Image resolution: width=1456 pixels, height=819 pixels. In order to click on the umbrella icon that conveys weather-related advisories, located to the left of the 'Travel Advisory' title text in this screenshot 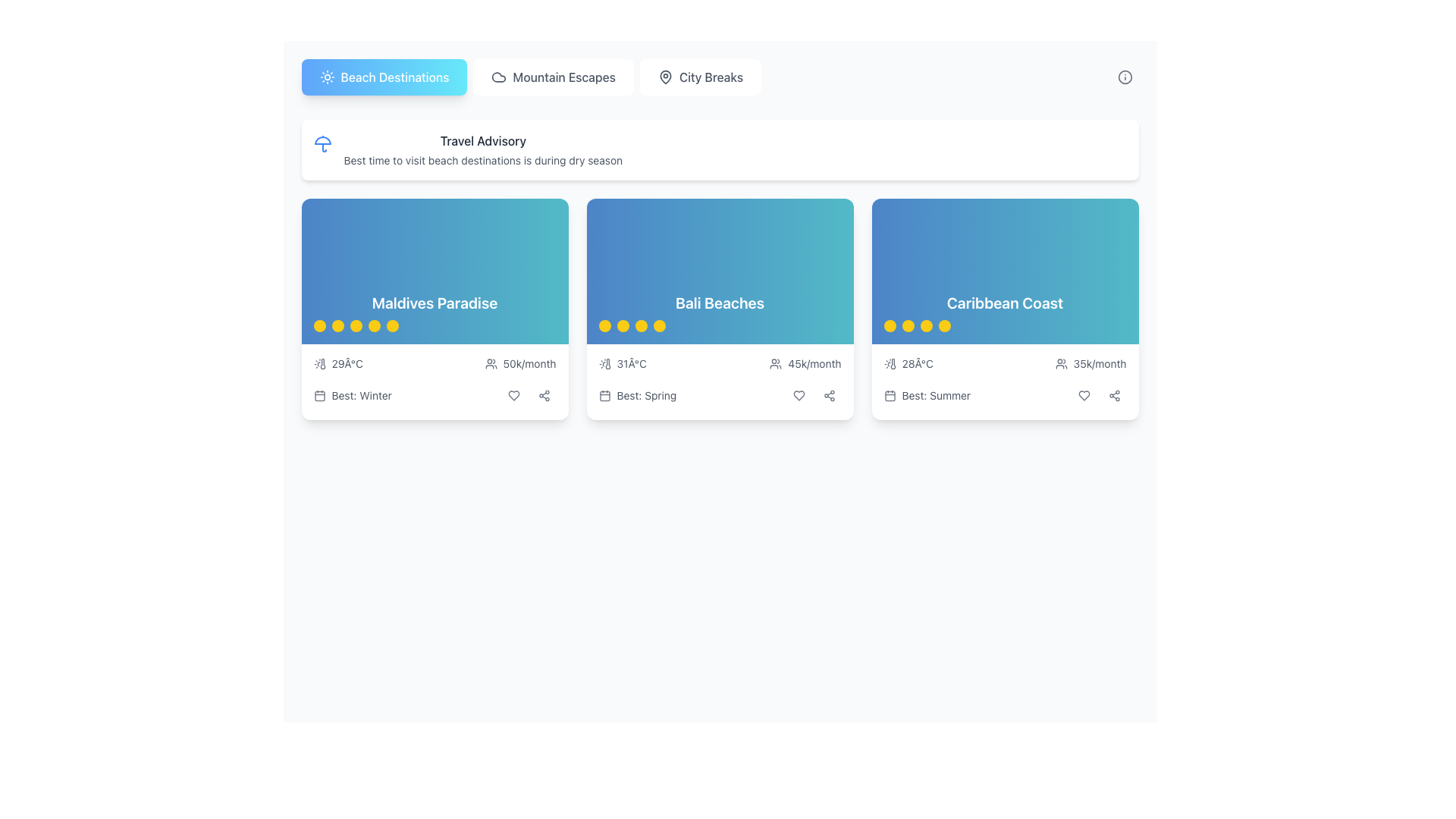, I will do `click(322, 143)`.